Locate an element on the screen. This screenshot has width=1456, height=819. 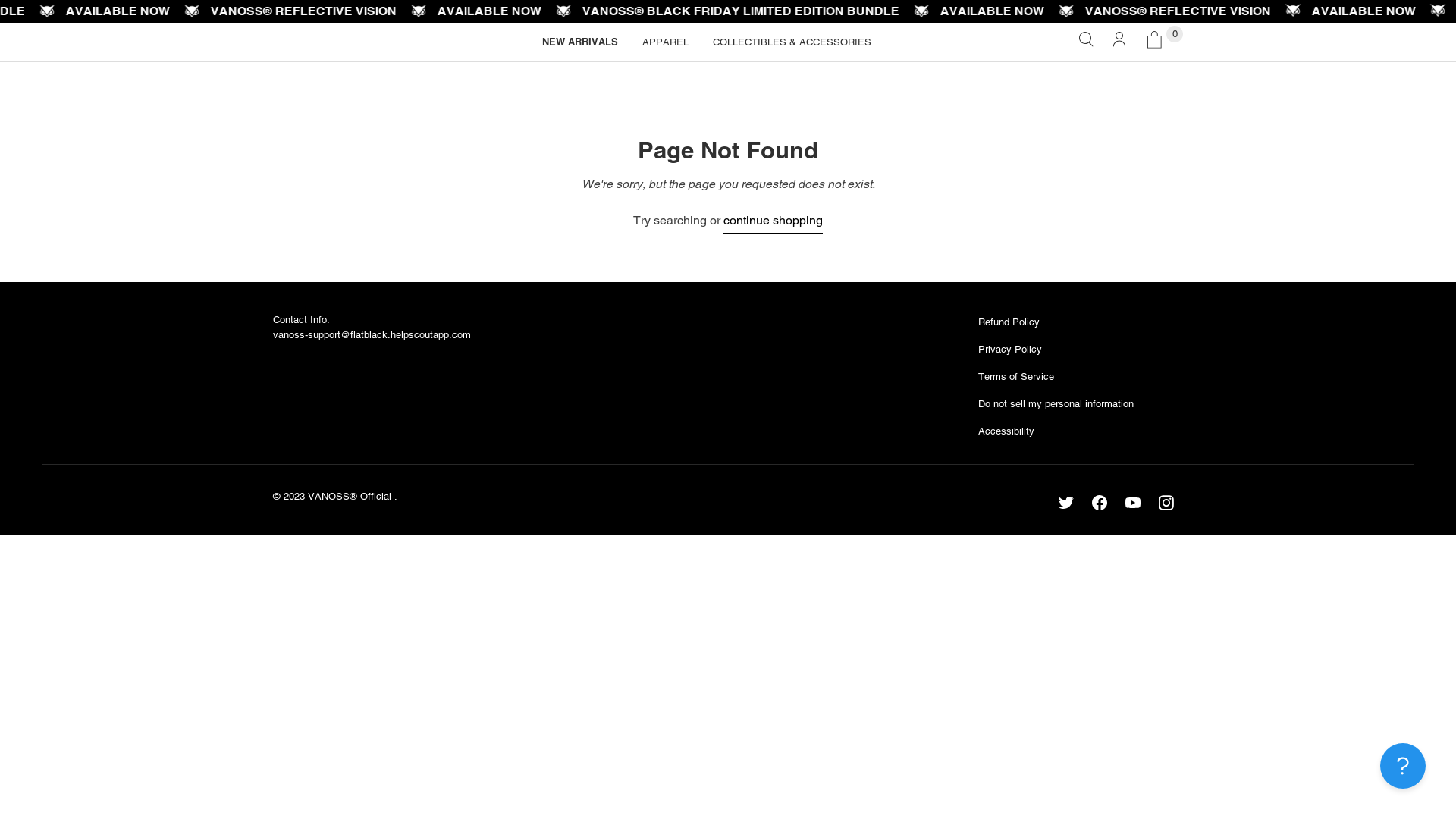
'continue shopping' is located at coordinates (773, 222).